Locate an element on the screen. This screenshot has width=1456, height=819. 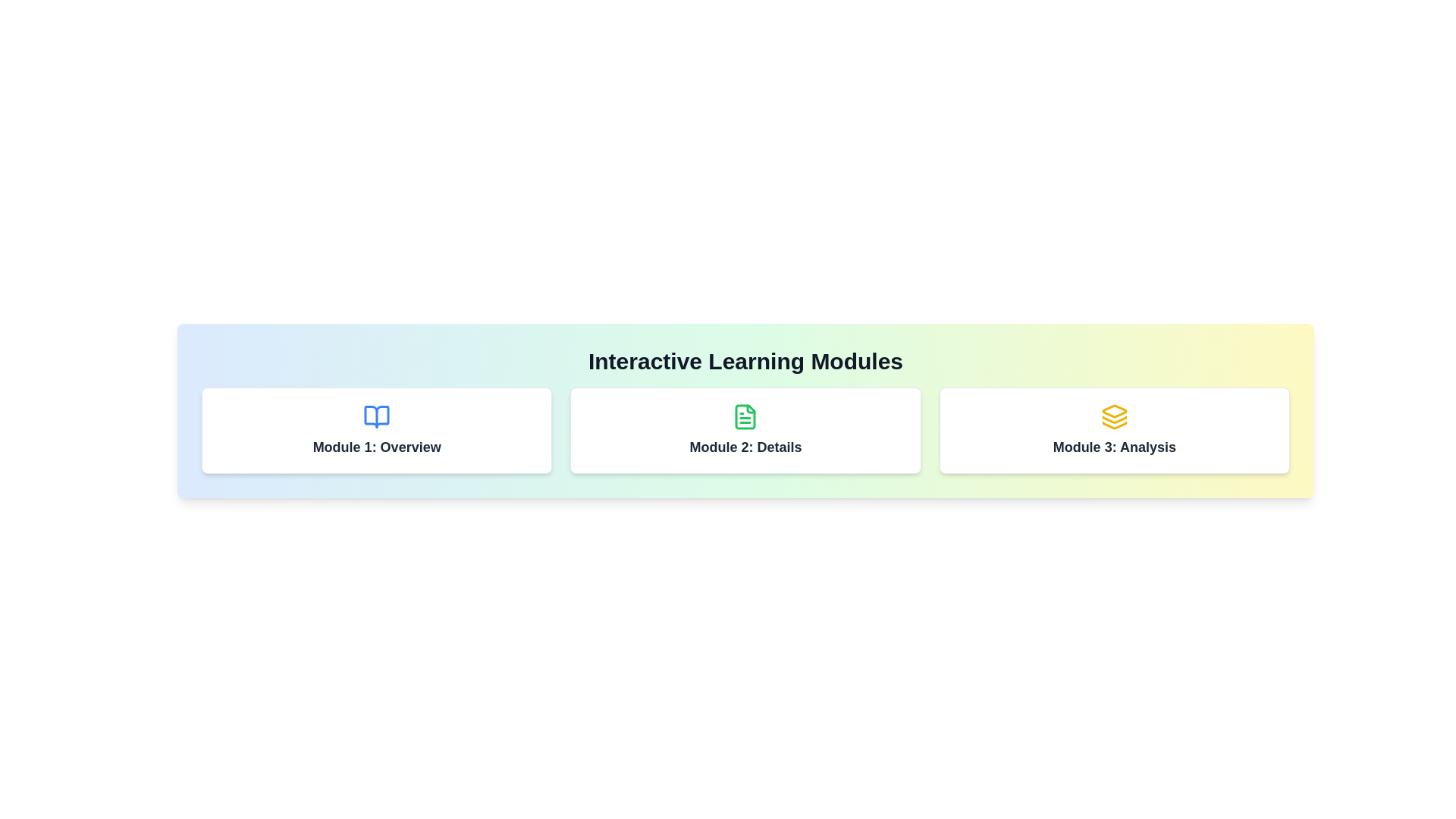
the icon representing the first module, located at the center of the first card labeled 'Module 1: Overview', which is directly above the text of that card is located at coordinates (377, 417).